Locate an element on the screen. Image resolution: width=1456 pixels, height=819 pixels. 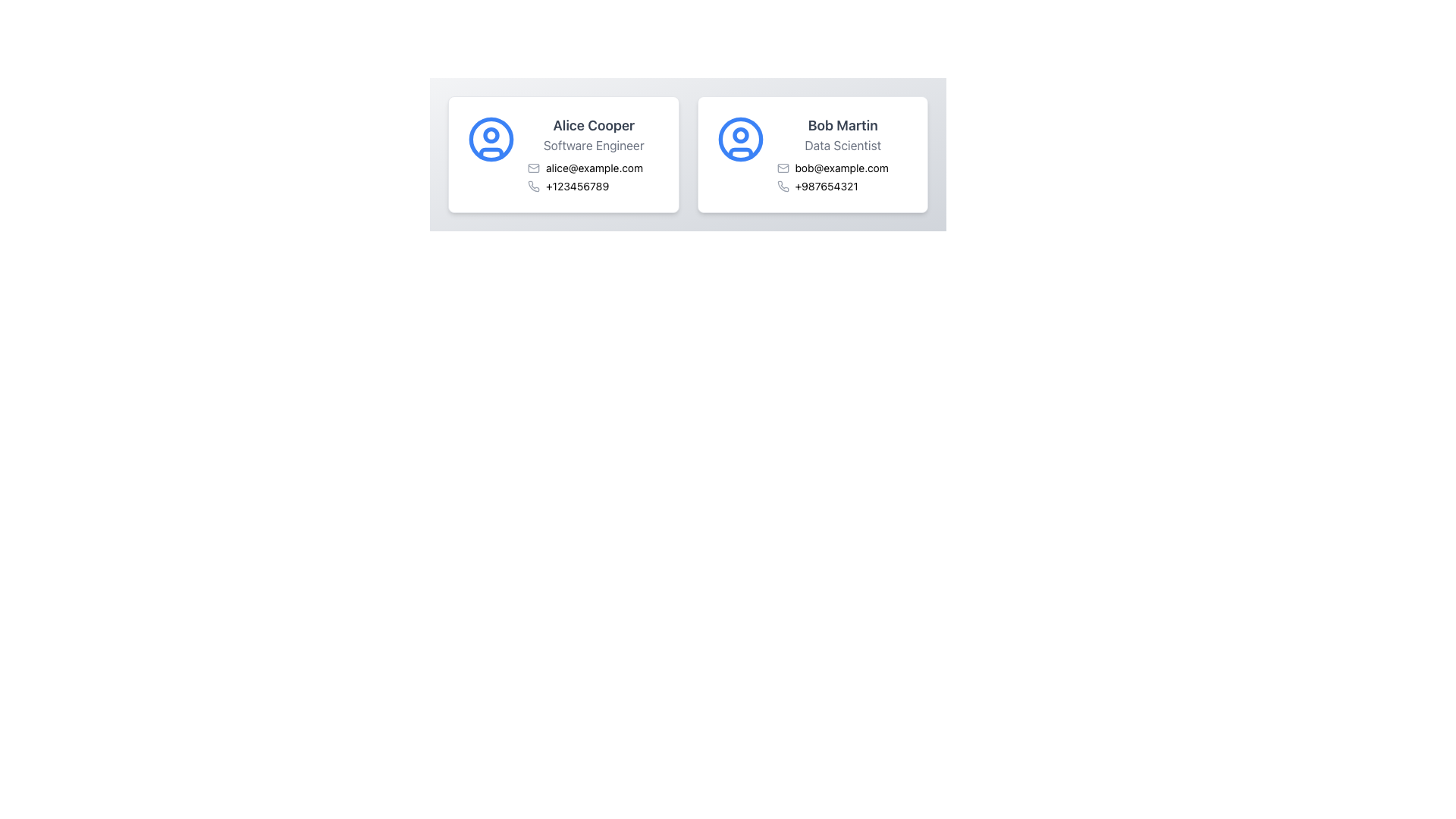
Circle SVG element that represents the user's head in the user profile icon located in the right profile card is located at coordinates (740, 134).